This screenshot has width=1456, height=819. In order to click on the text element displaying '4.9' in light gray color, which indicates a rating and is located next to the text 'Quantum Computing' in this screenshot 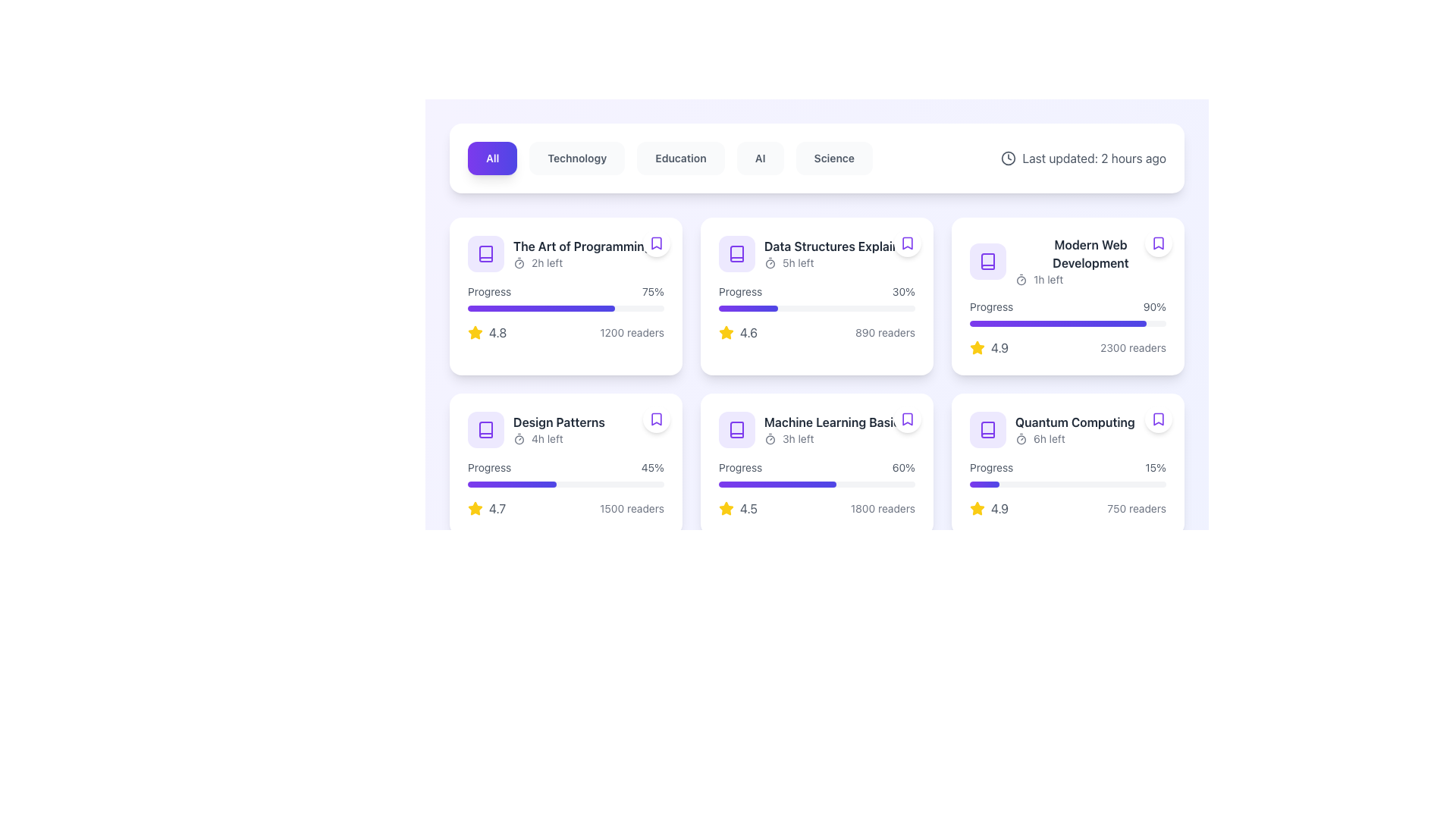, I will do `click(999, 509)`.